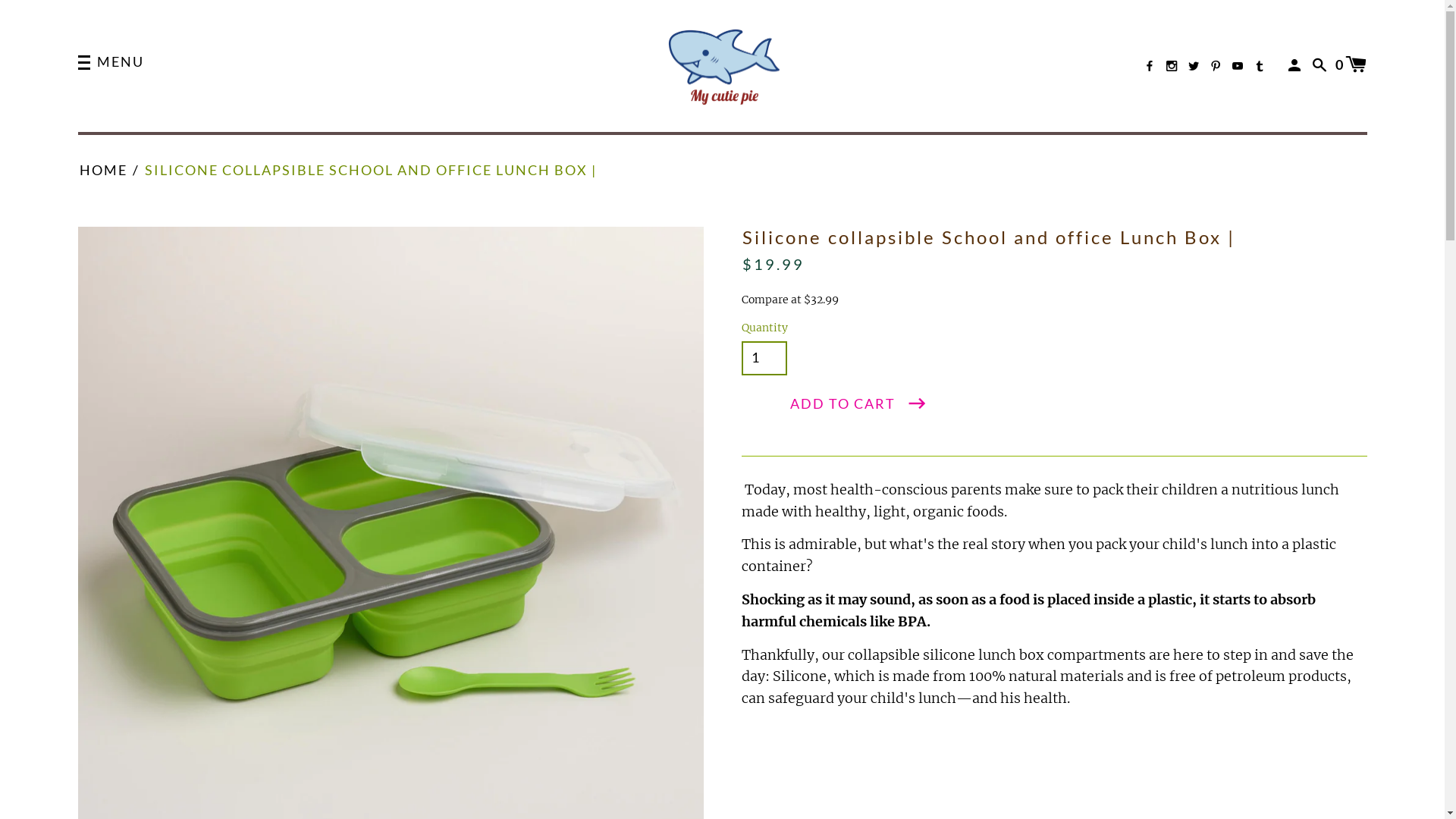 The image size is (1456, 819). Describe the element at coordinates (1187, 65) in the screenshot. I see `'My Cutie Pie on Twitter'` at that location.